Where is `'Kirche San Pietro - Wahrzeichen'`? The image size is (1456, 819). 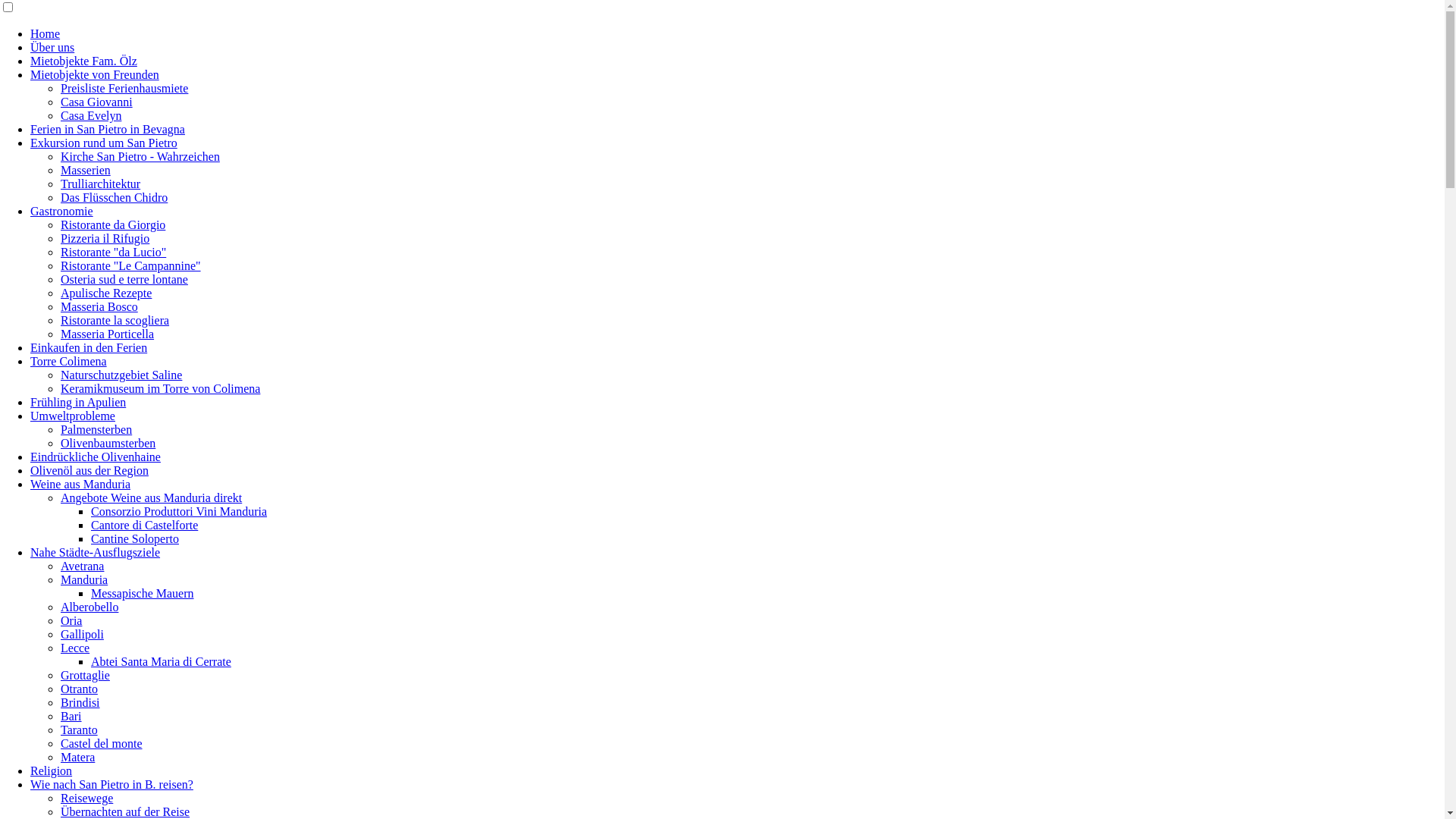
'Kirche San Pietro - Wahrzeichen' is located at coordinates (140, 156).